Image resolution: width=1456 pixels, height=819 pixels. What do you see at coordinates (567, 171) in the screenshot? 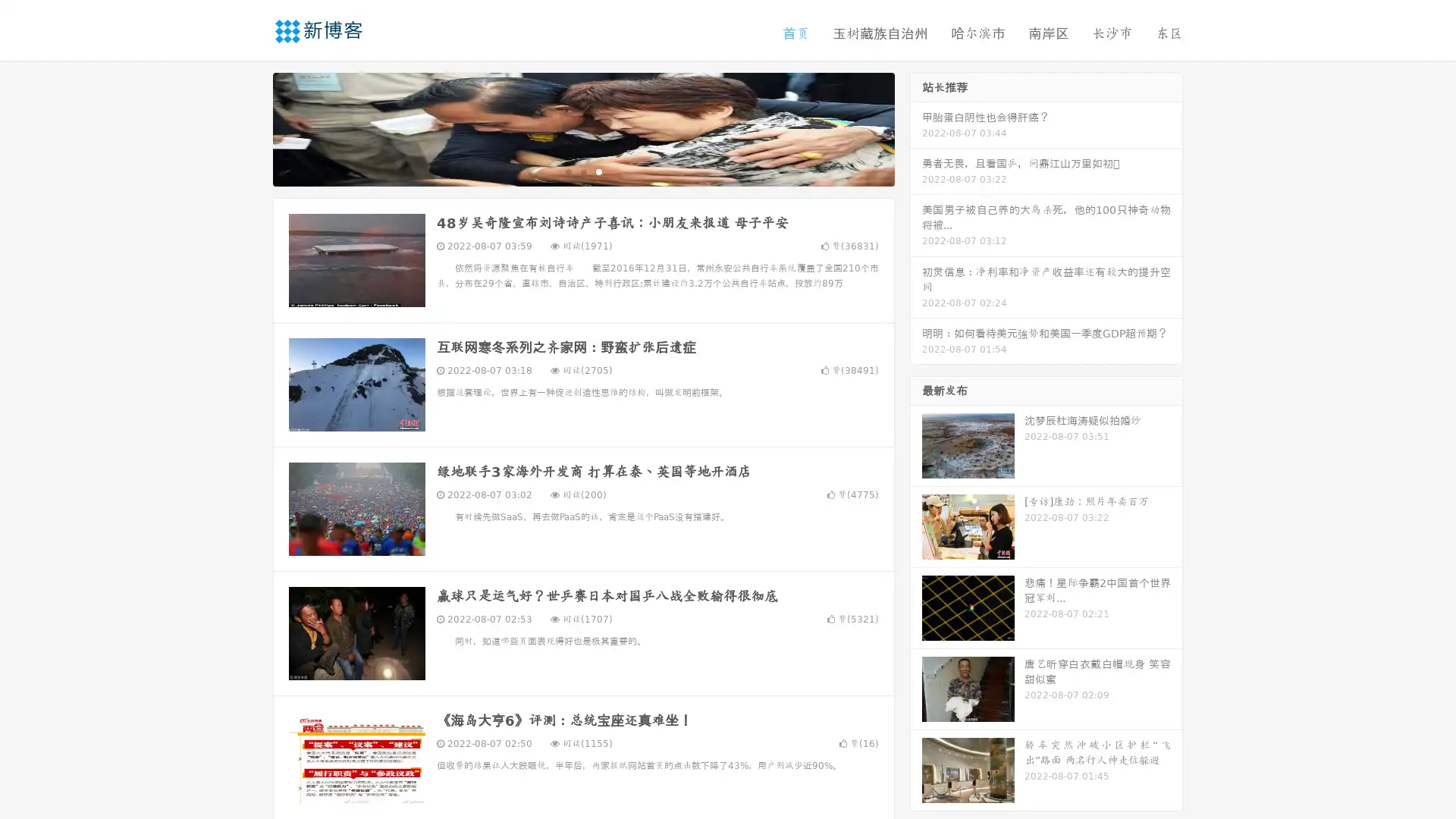
I see `Go to slide 1` at bounding box center [567, 171].